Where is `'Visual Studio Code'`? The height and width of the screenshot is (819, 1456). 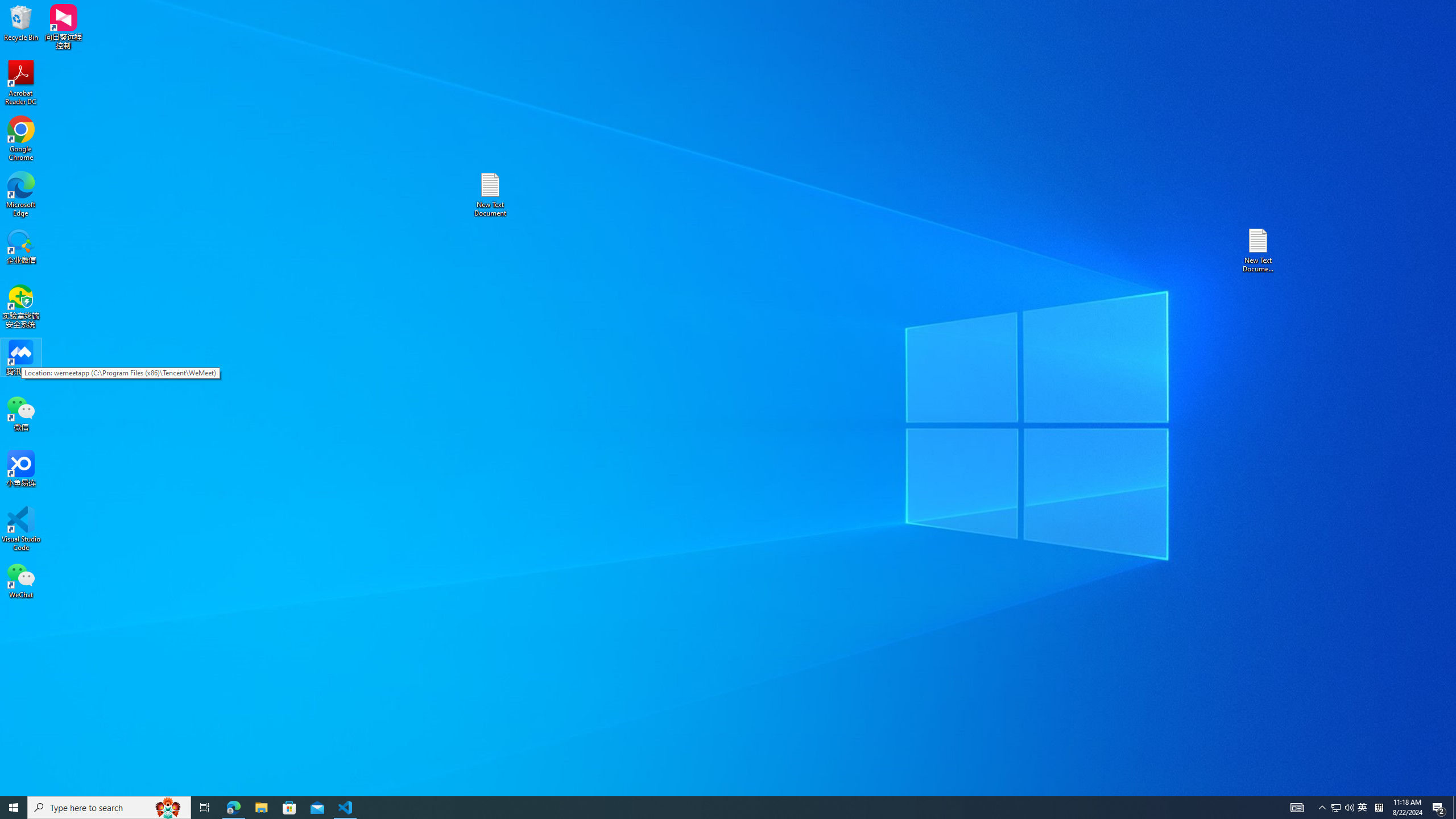
'Visual Studio Code' is located at coordinates (20, 528).